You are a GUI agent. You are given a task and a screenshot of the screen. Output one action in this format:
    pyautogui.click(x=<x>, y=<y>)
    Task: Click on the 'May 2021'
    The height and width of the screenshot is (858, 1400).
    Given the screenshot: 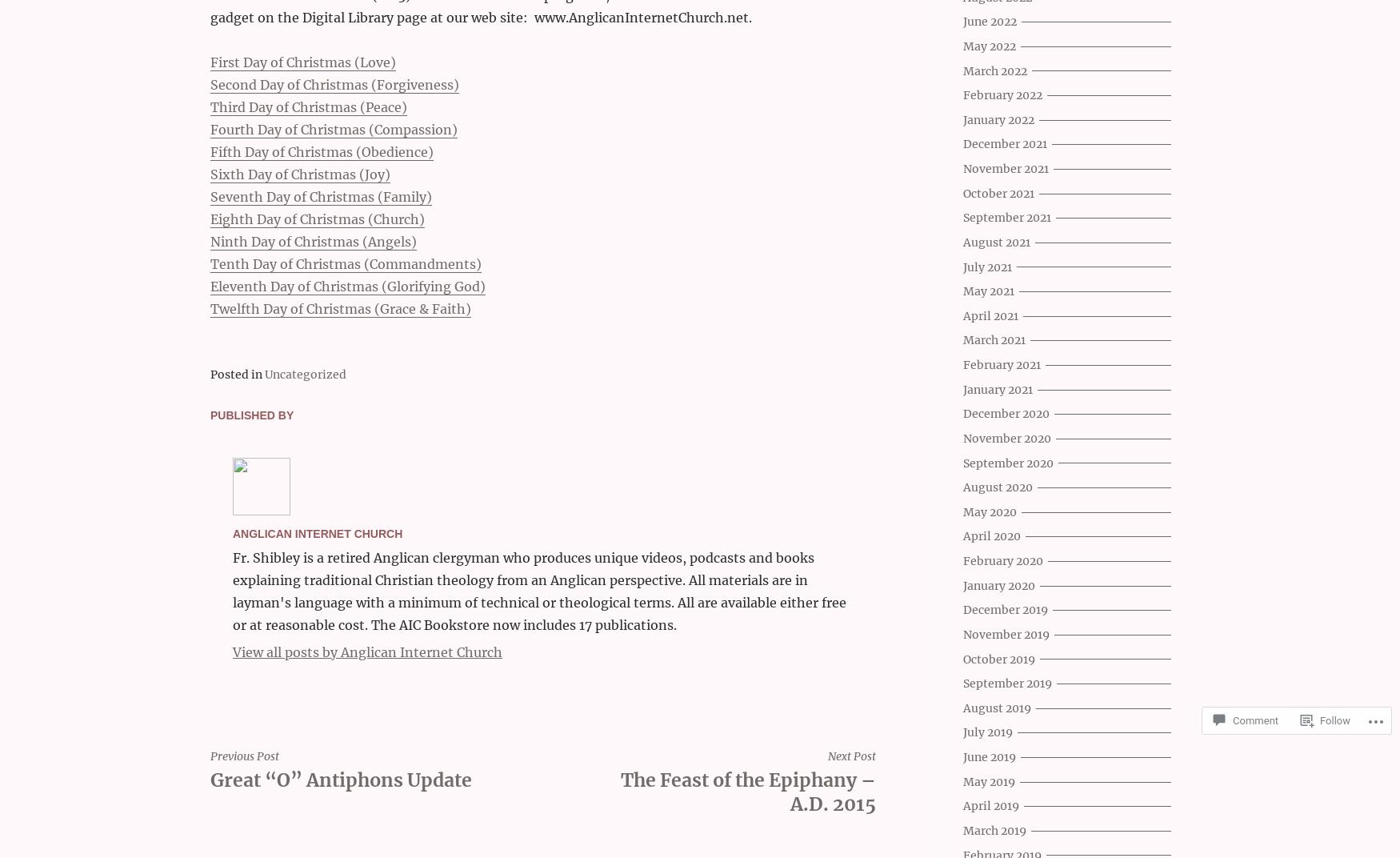 What is the action you would take?
    pyautogui.click(x=989, y=291)
    